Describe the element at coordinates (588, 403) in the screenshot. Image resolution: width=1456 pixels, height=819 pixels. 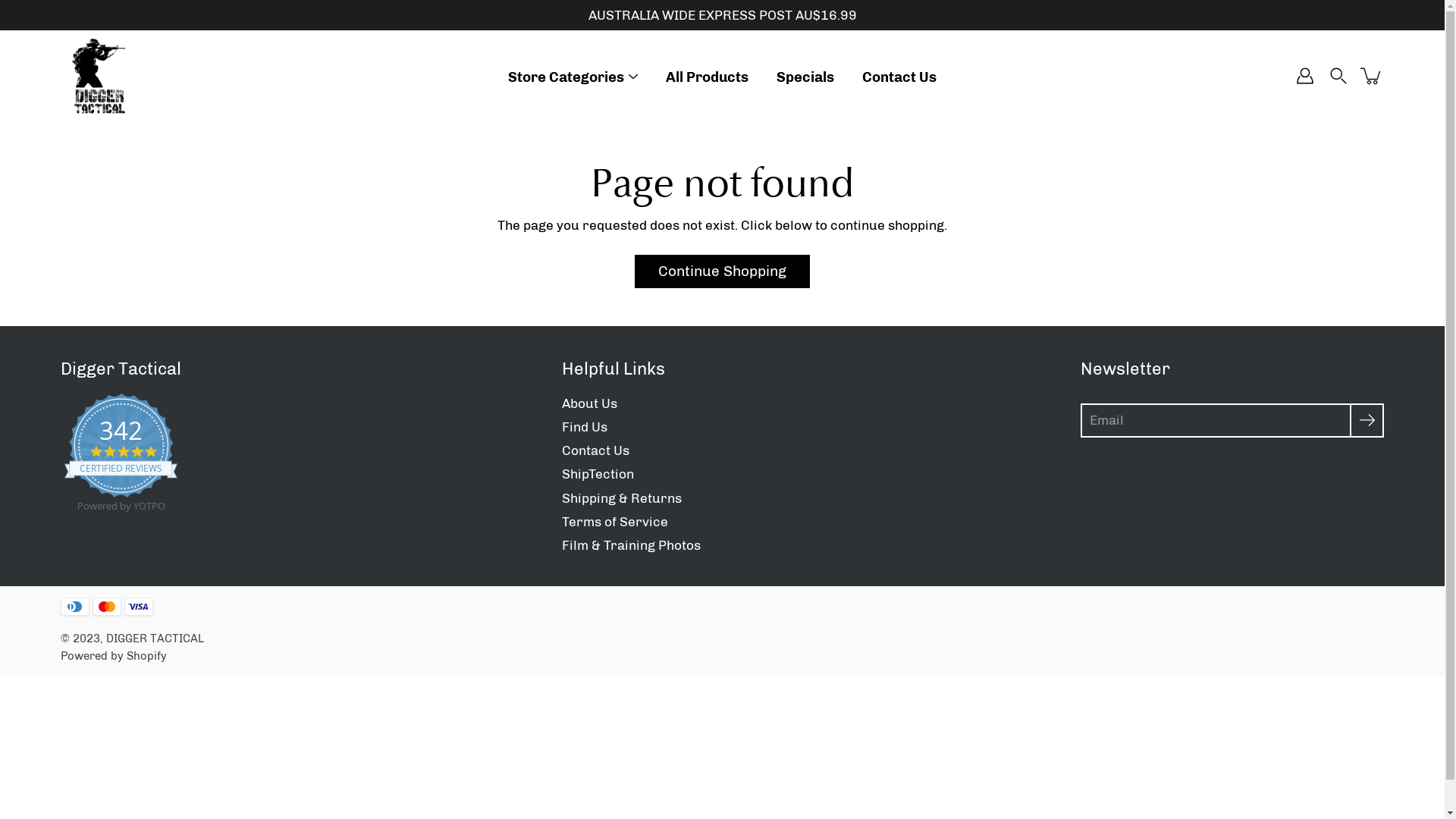
I see `'About Us'` at that location.